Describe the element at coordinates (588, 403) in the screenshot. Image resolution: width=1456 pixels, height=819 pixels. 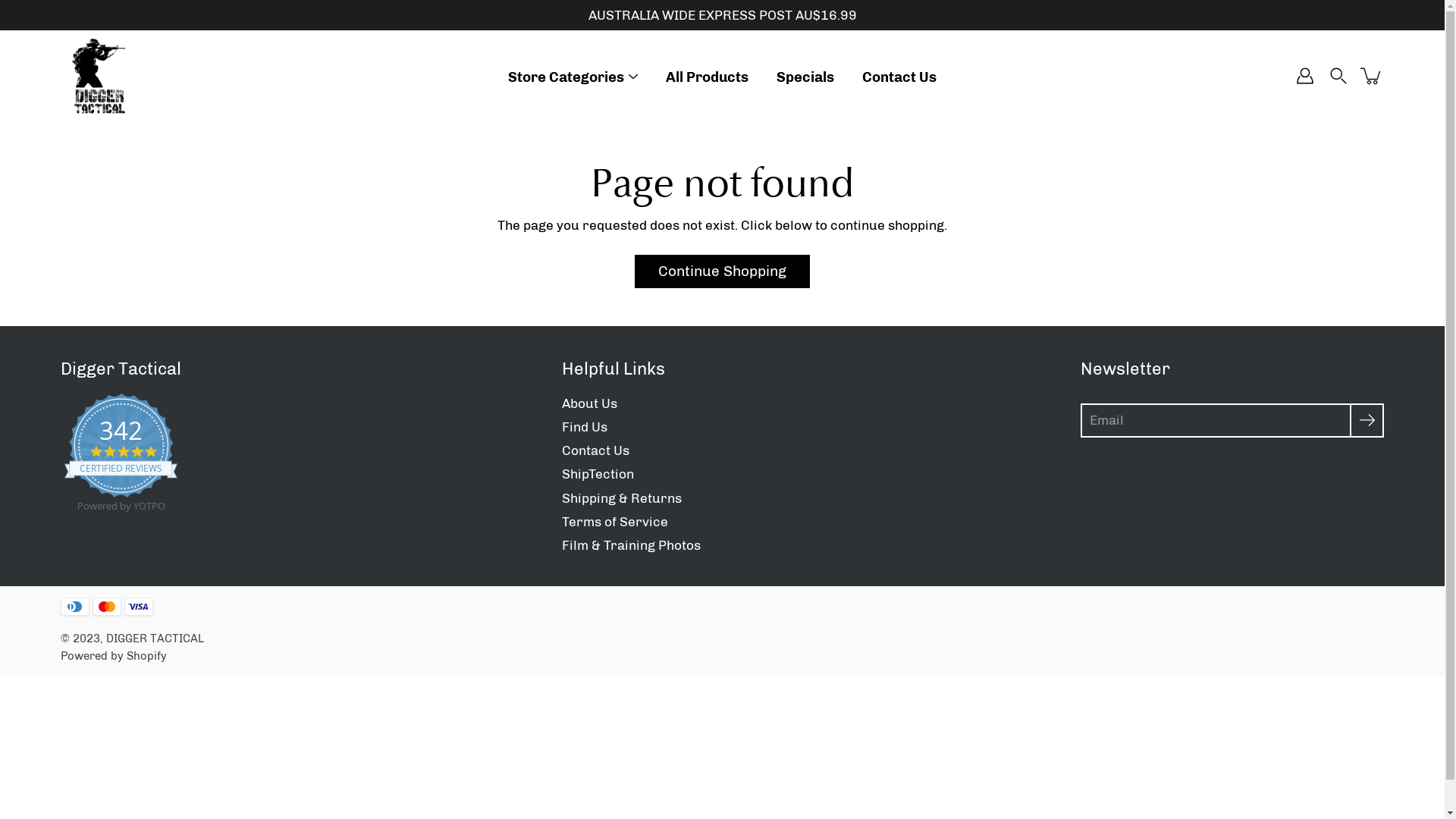
I see `'About Us'` at that location.